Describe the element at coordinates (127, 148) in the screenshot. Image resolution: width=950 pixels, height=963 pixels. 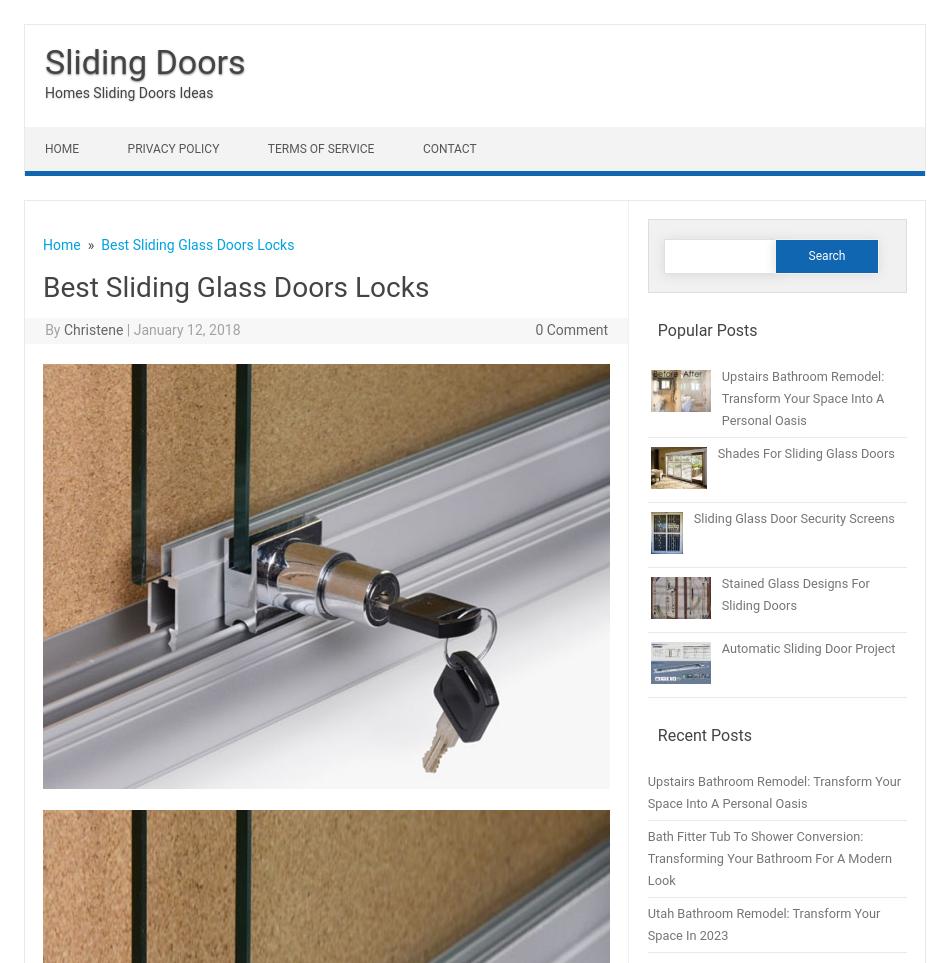
I see `'Privacy Policy'` at that location.